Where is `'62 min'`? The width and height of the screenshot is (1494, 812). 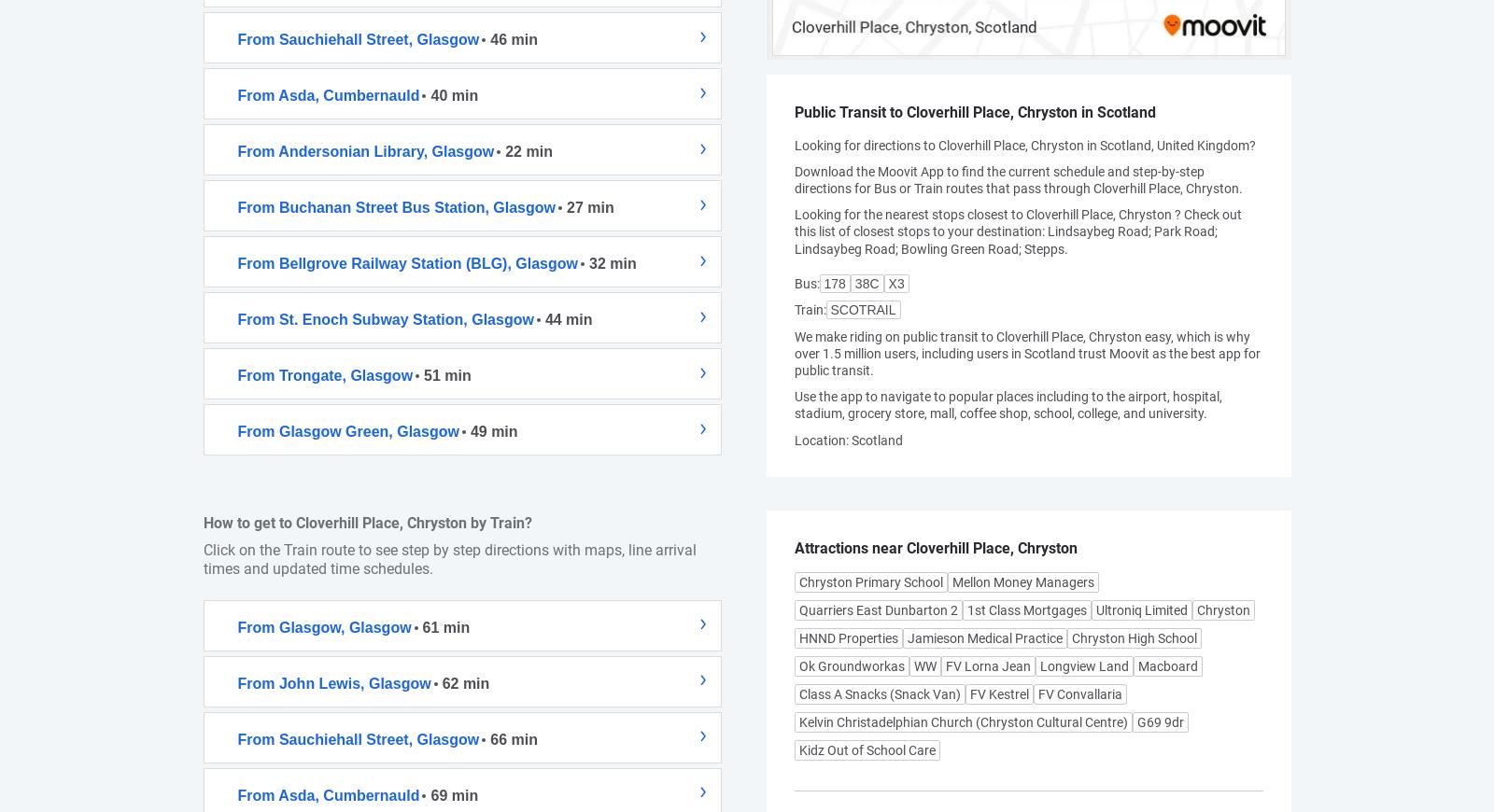
'62 min' is located at coordinates (464, 682).